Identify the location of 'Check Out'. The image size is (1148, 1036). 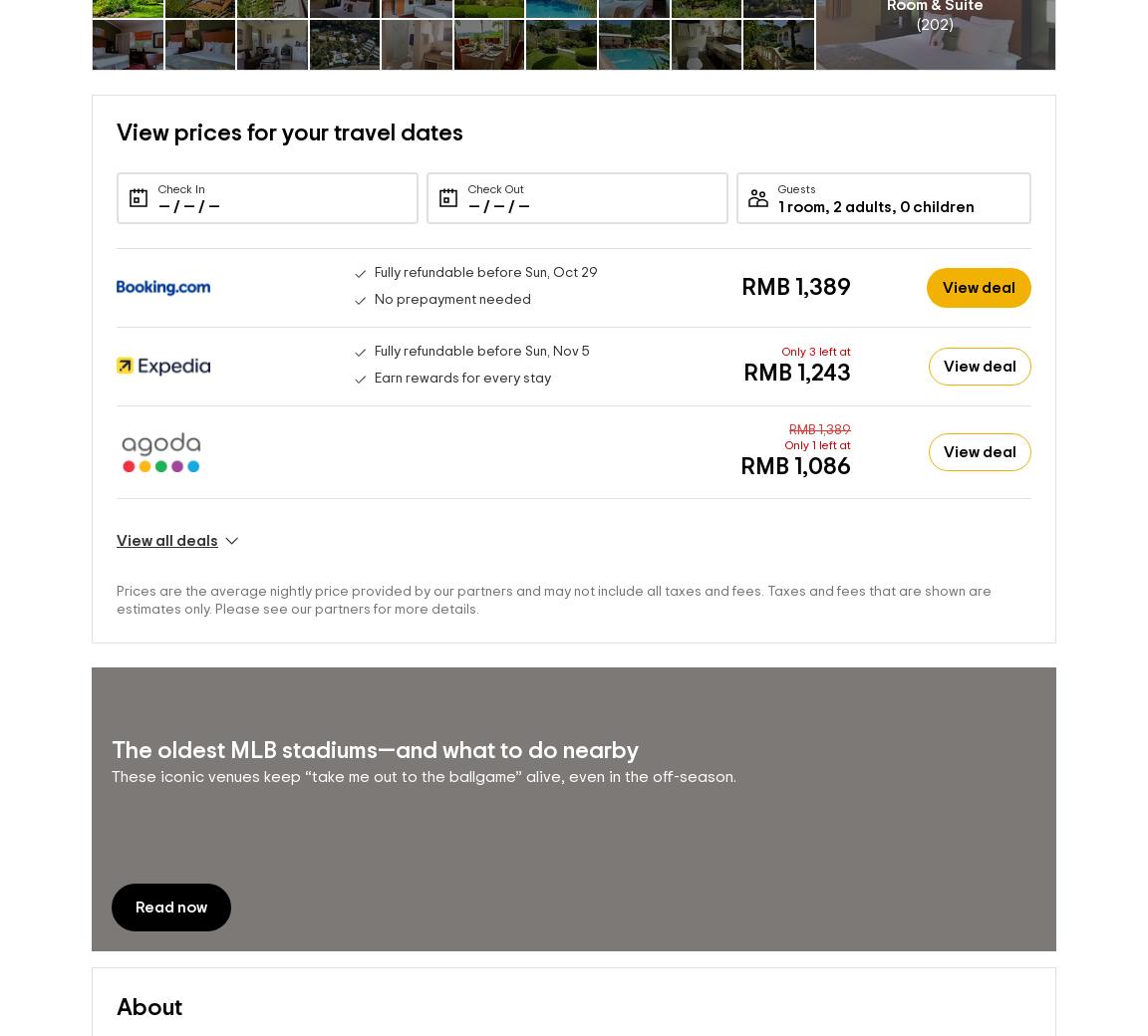
(494, 189).